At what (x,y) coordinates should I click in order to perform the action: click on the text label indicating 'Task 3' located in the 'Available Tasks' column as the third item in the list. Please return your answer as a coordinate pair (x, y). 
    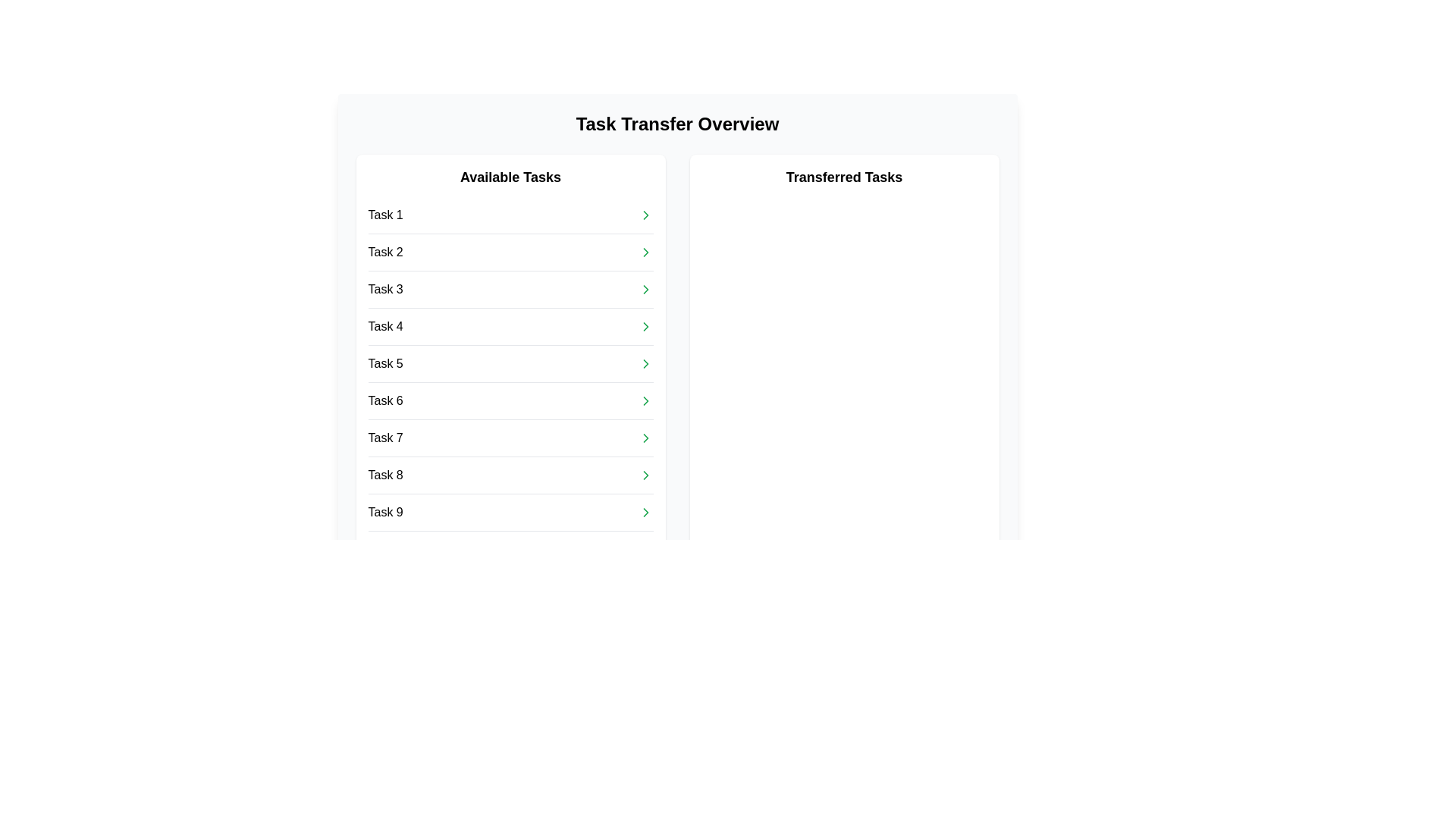
    Looking at the image, I should click on (385, 289).